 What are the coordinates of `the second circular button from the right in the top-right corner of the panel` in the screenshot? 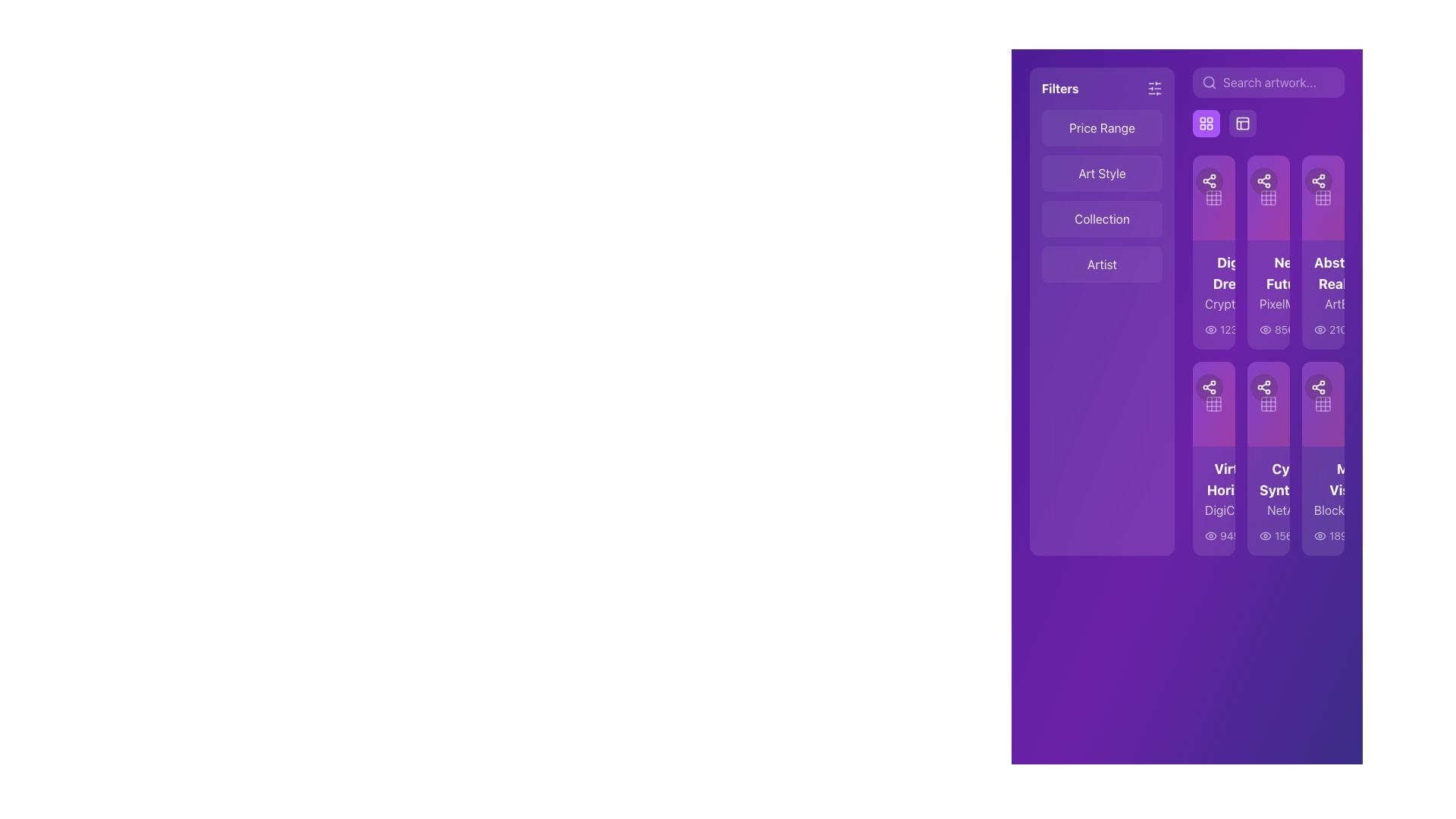 It's located at (1317, 180).